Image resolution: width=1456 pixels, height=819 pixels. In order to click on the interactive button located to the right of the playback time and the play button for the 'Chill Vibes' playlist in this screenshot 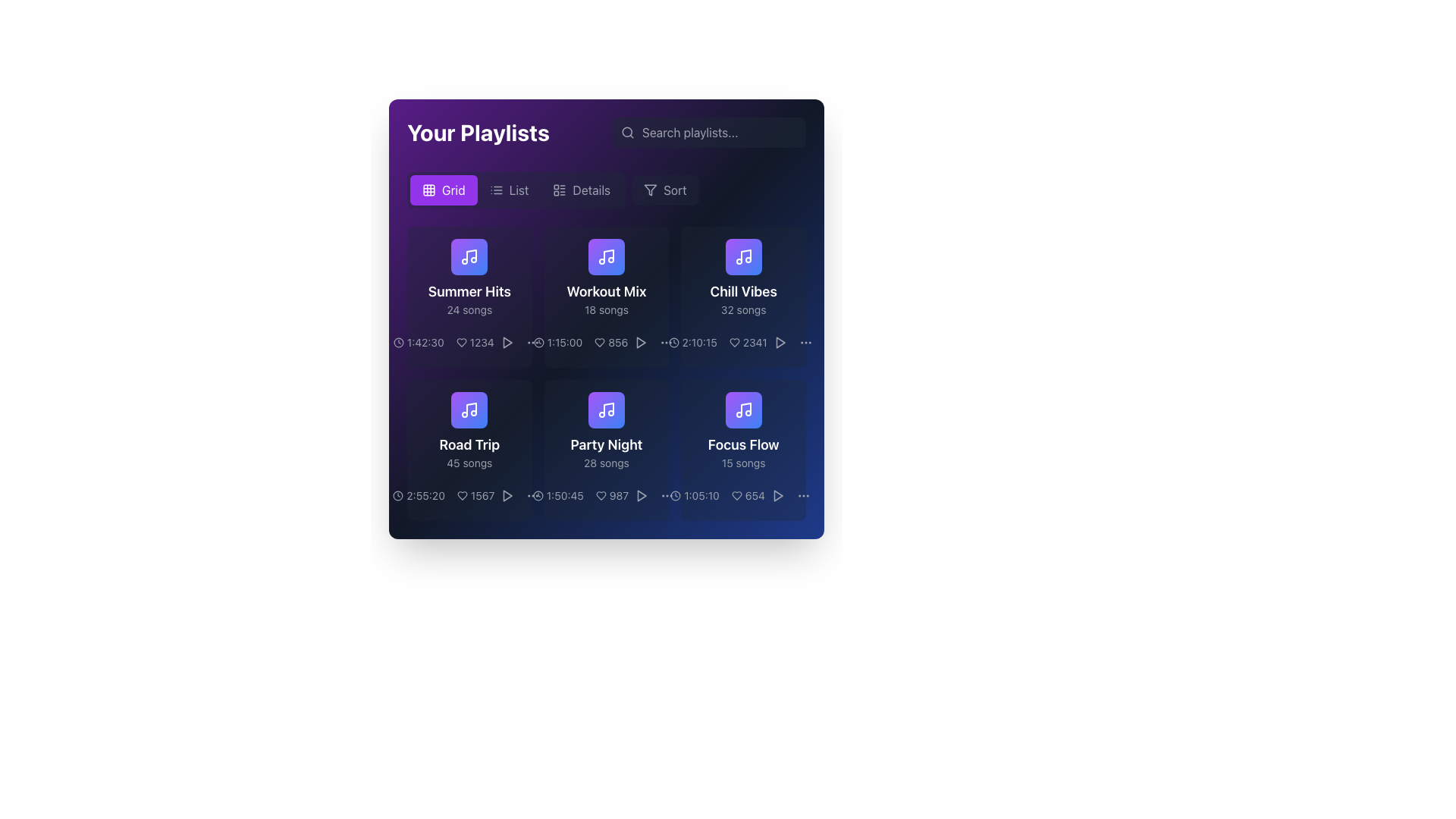, I will do `click(667, 342)`.